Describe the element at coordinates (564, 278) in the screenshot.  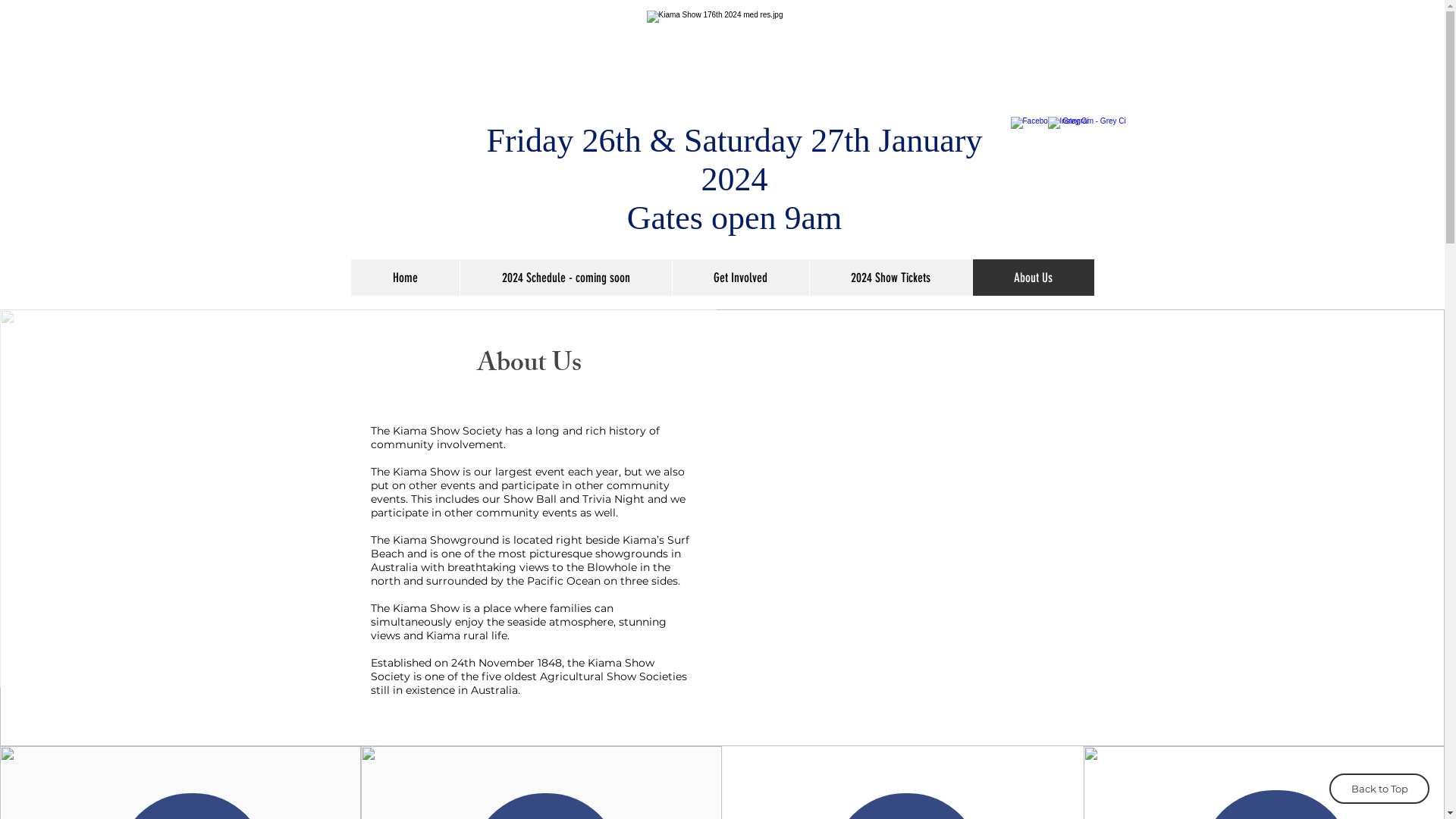
I see `'2024 Schedule - coming soon'` at that location.